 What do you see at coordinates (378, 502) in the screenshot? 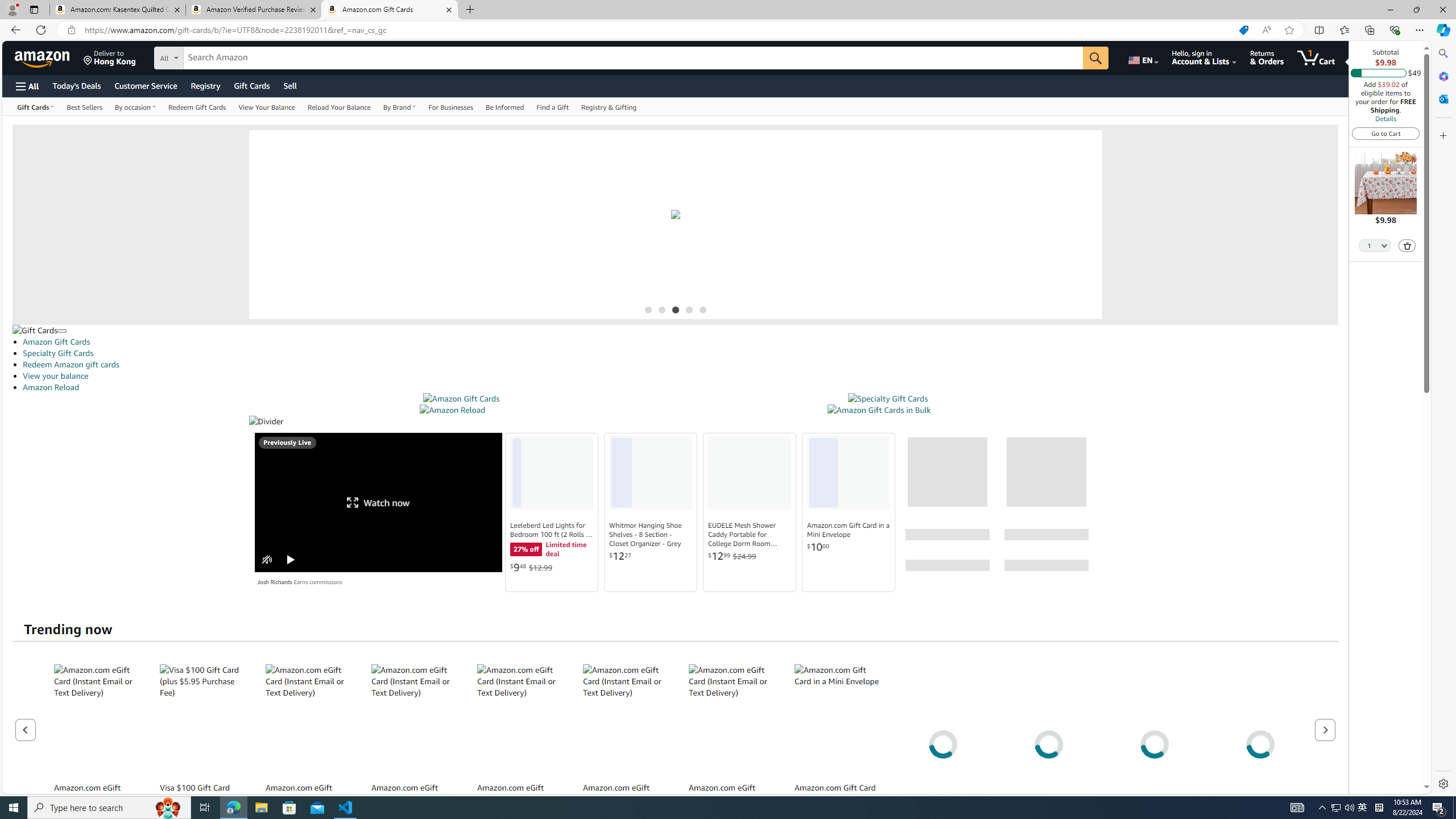
I see `'Tap Watch now to see broadcast in immersive view'` at bounding box center [378, 502].